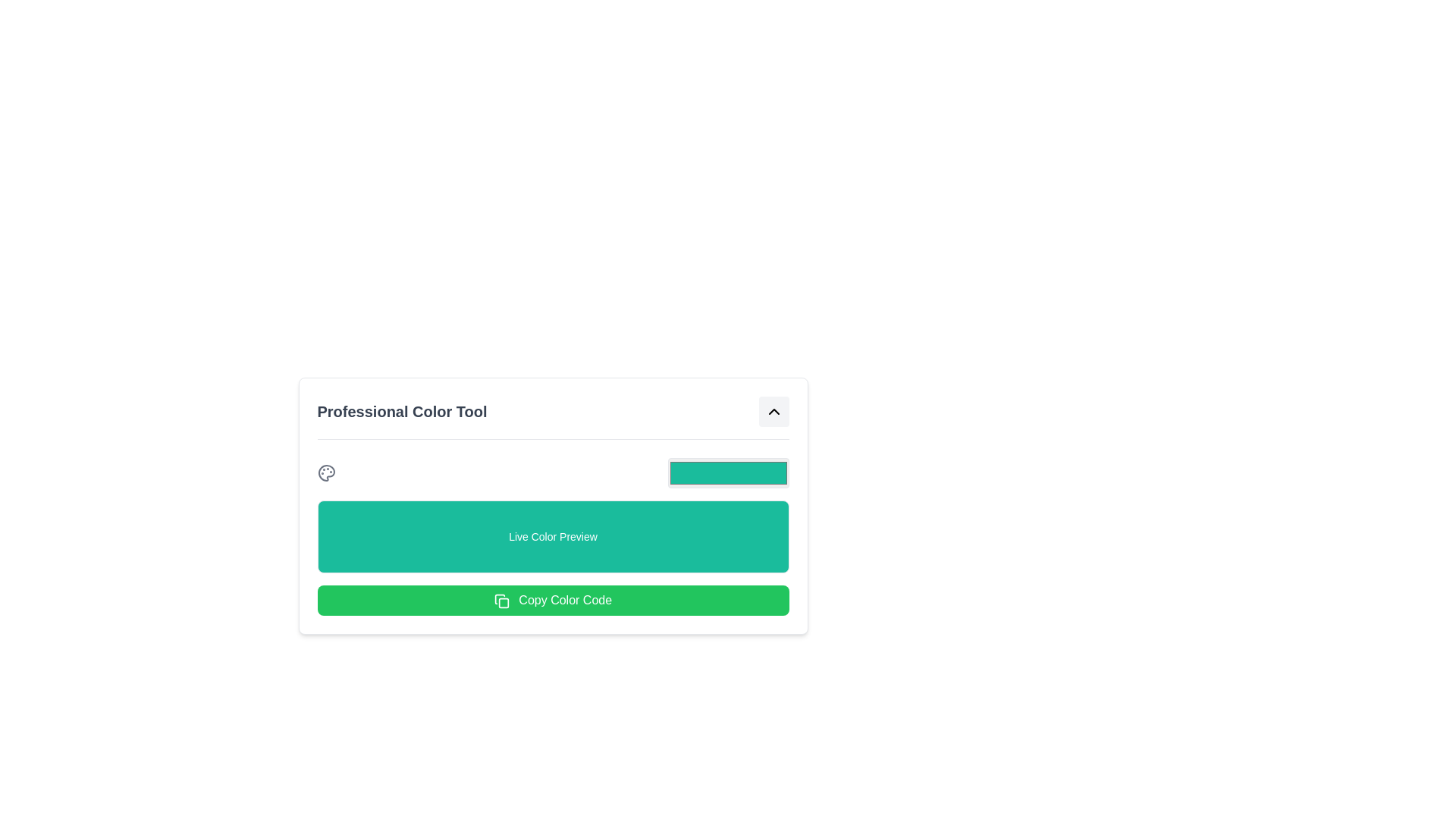  Describe the element at coordinates (552, 536) in the screenshot. I see `the color preview displayed in the central Display Panel of the 'Professional Color Tool' located beneath the header and above the 'Copy Color Code' button` at that location.